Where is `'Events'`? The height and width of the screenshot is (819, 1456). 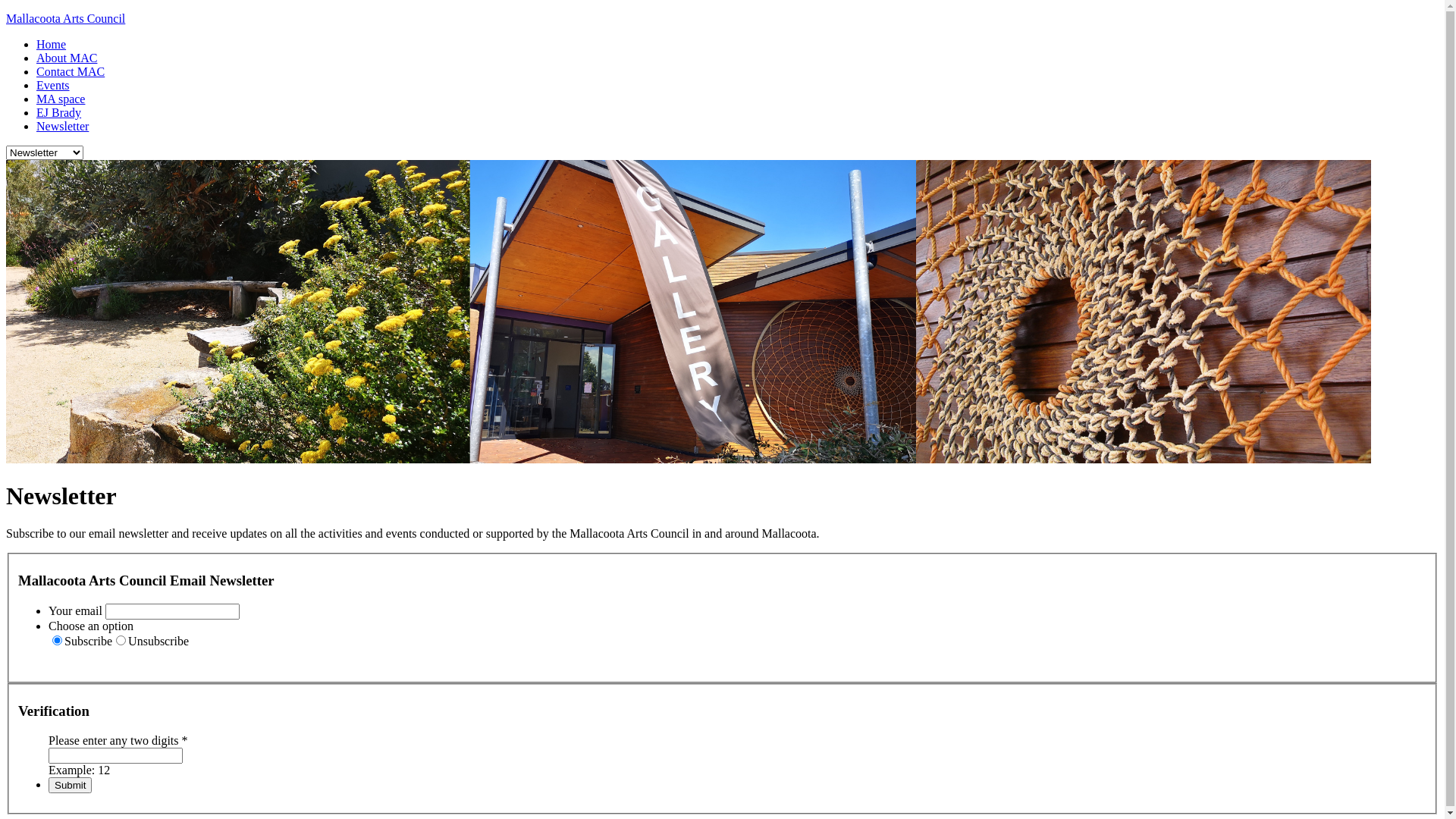 'Events' is located at coordinates (53, 85).